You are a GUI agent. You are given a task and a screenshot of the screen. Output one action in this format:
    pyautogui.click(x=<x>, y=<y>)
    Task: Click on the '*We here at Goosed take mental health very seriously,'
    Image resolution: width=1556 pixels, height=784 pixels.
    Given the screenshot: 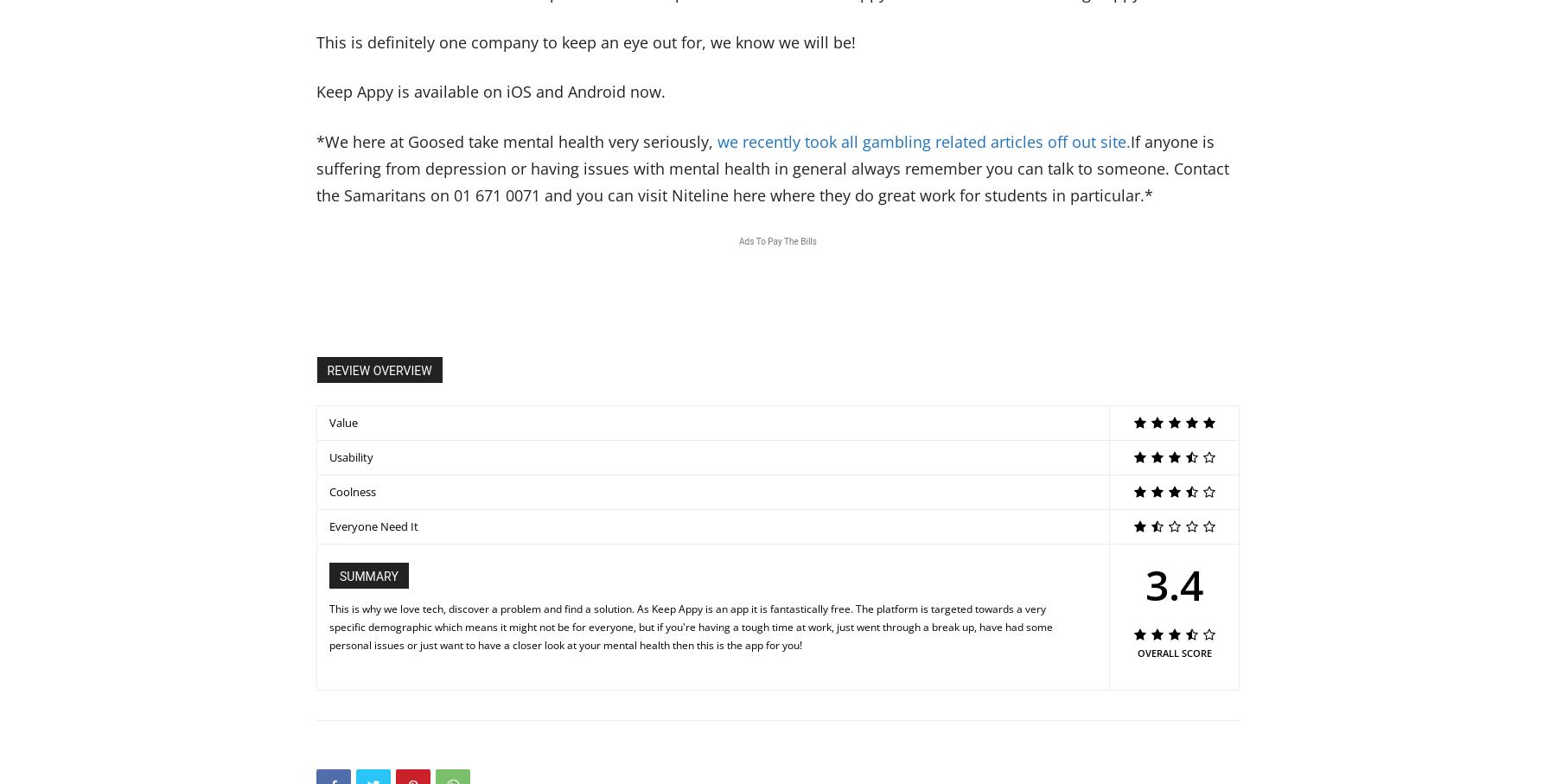 What is the action you would take?
    pyautogui.click(x=516, y=140)
    